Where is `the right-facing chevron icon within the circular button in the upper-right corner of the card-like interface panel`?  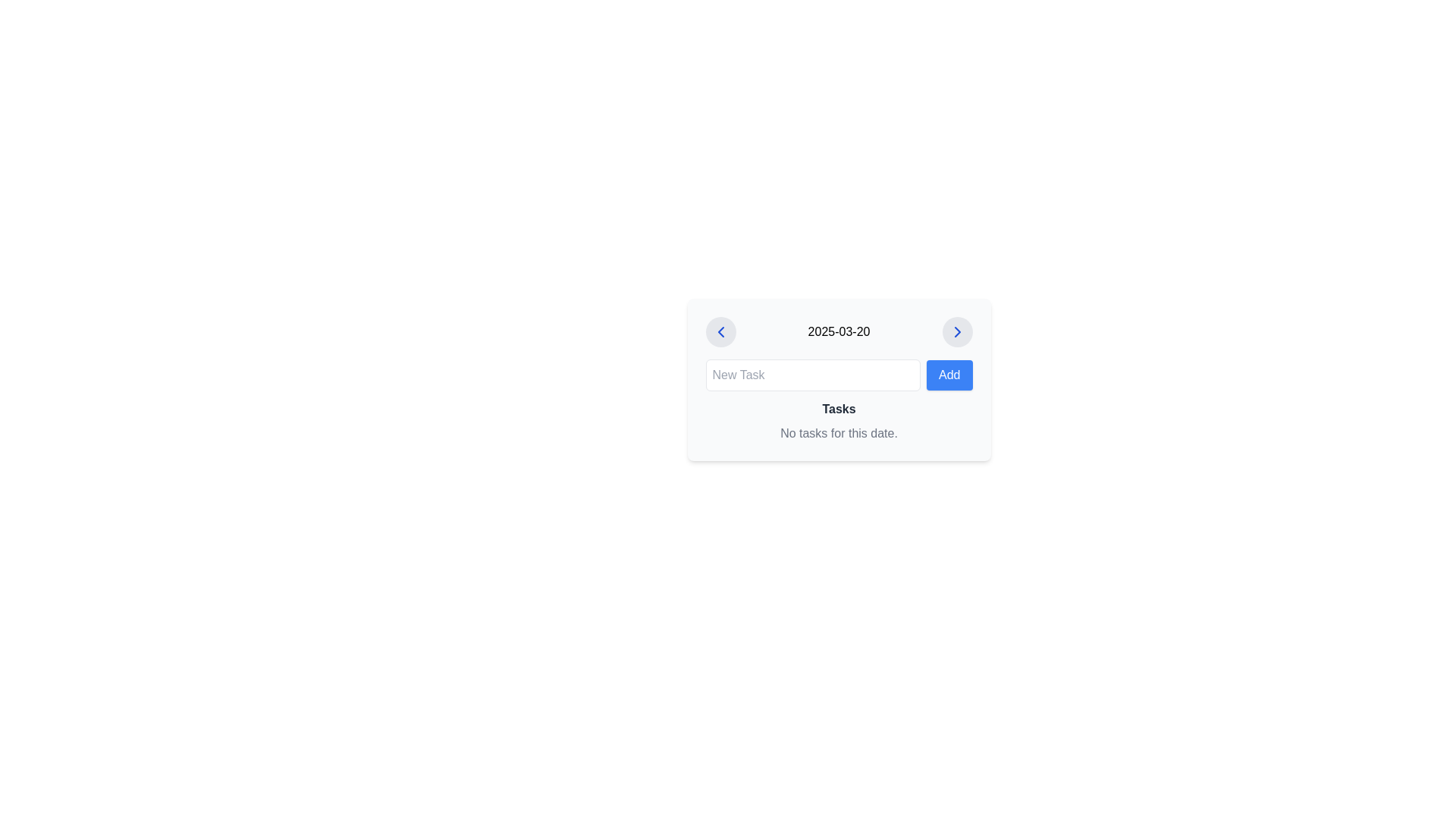 the right-facing chevron icon within the circular button in the upper-right corner of the card-like interface panel is located at coordinates (956, 331).